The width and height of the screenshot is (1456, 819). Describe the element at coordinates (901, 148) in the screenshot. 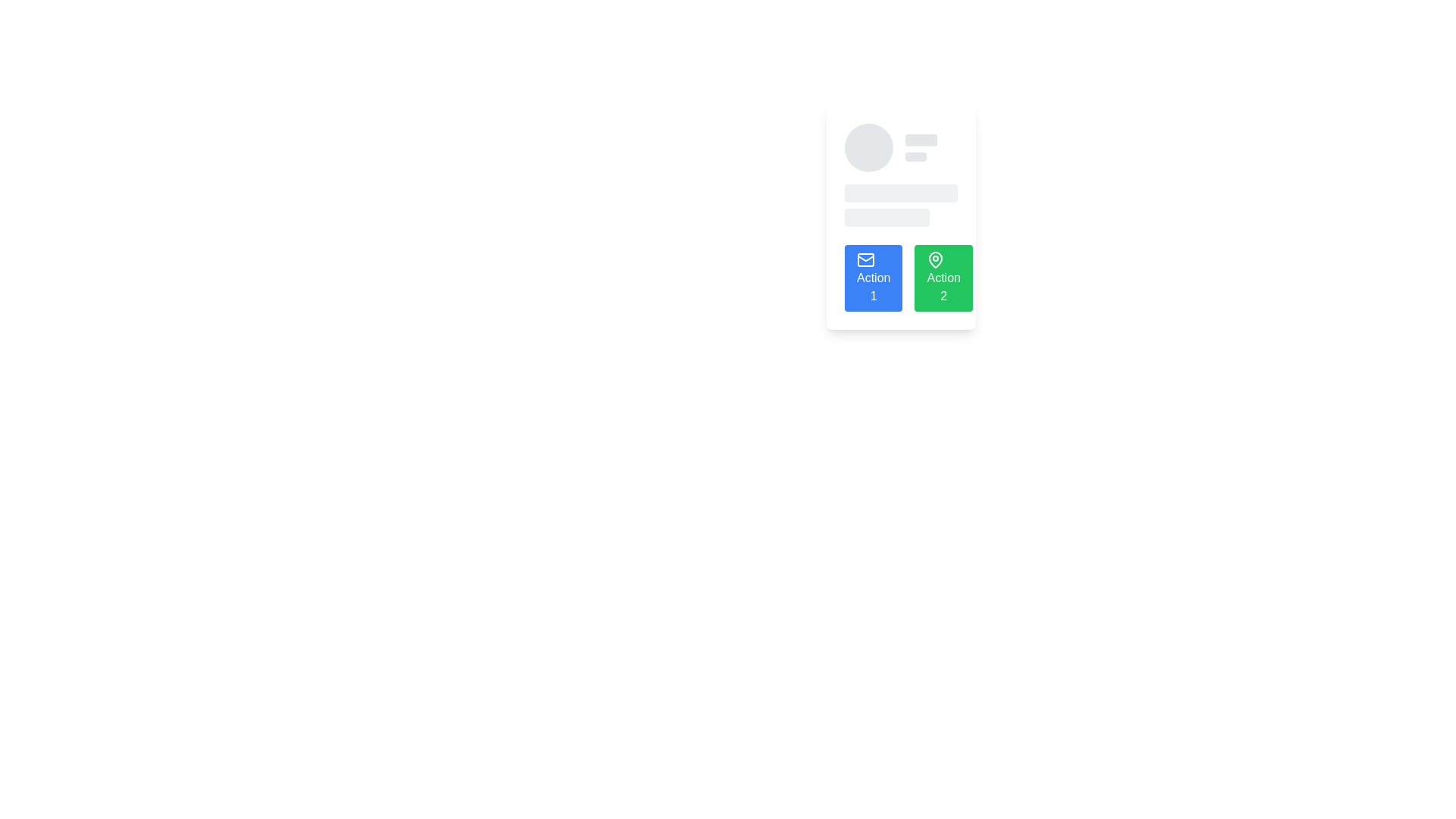

I see `the placeholder component that includes a circular avatar on the left and two stacked rectangular placeholders on the right, which has a light gray background and rounded edges` at that location.